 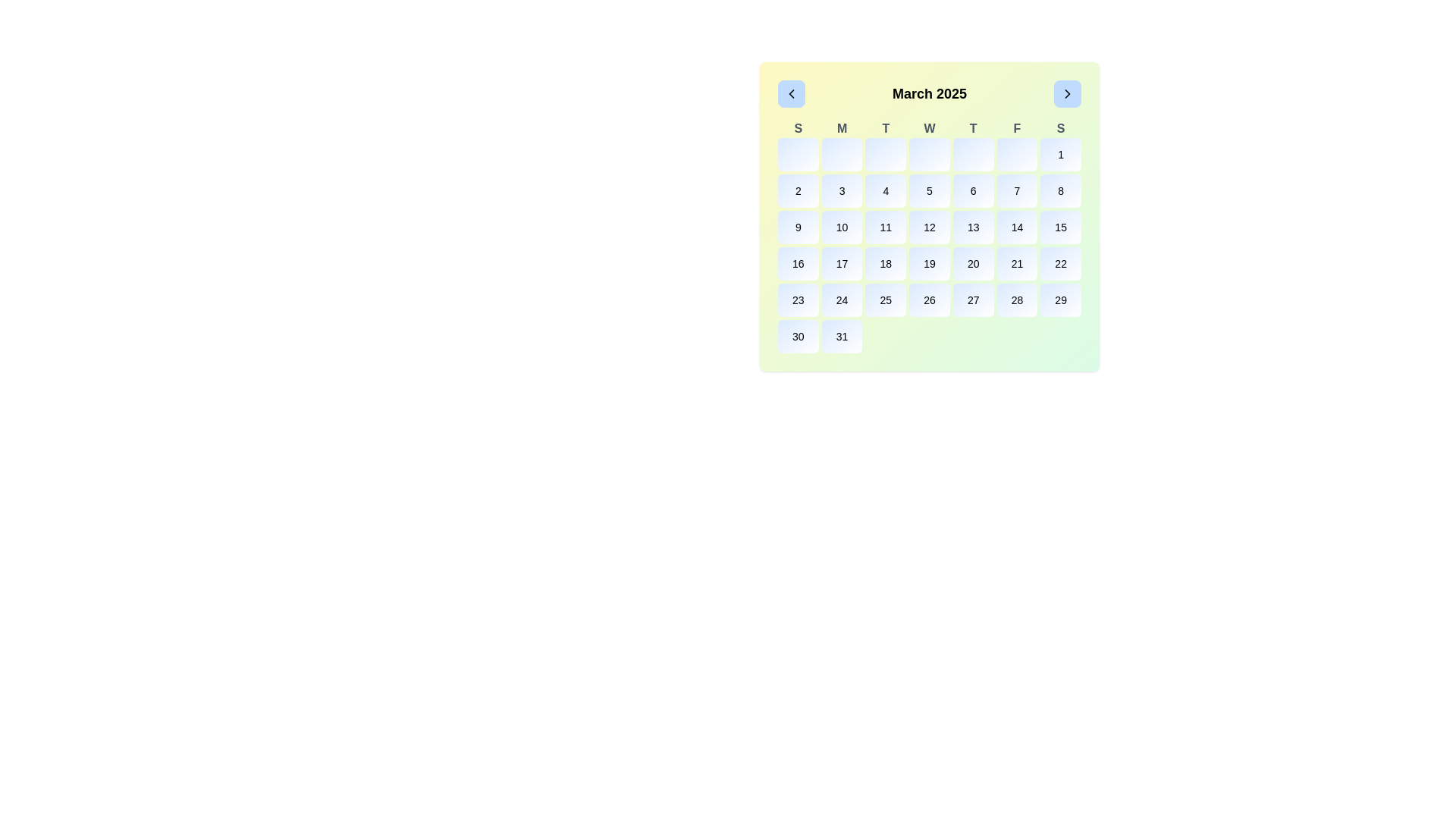 I want to click on the Tuesday header text, which is the third item in the weekday sequence 'SMTWTFS' located at the top of the calendar grid, so click(x=886, y=127).